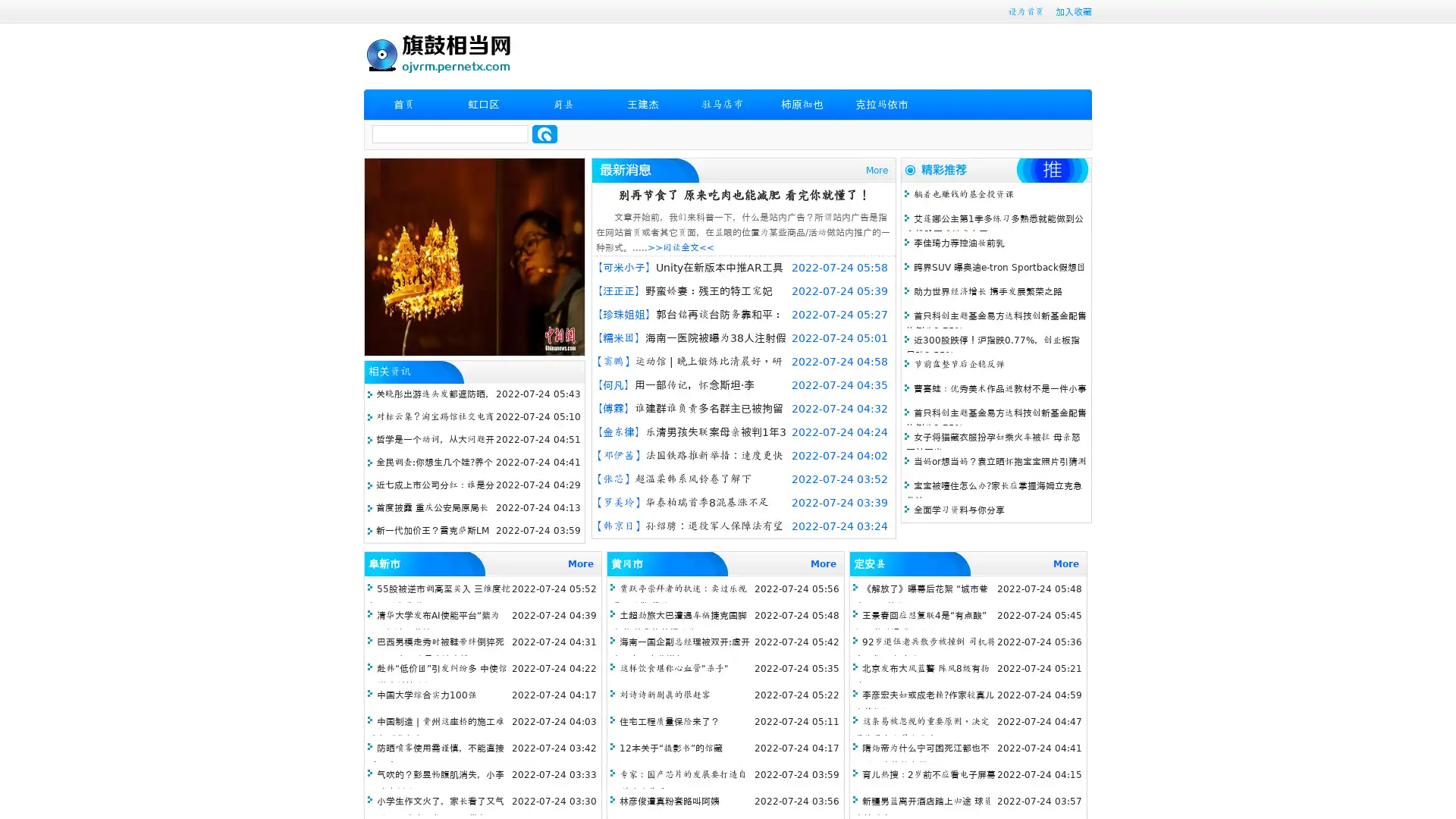  Describe the element at coordinates (544, 133) in the screenshot. I see `Search` at that location.